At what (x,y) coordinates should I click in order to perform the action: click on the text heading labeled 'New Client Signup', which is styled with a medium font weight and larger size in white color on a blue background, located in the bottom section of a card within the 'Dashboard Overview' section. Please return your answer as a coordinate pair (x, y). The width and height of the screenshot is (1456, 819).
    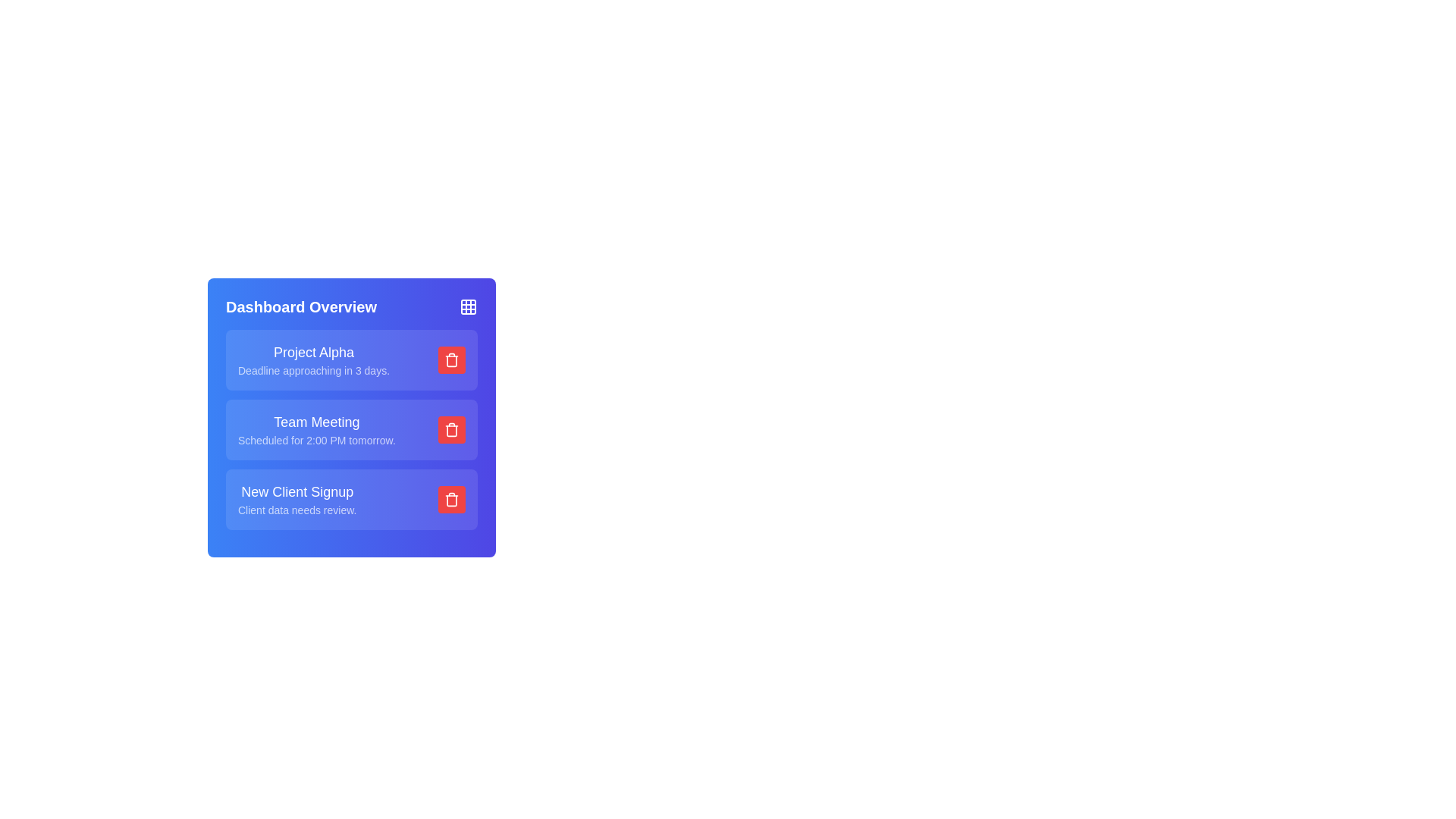
    Looking at the image, I should click on (297, 491).